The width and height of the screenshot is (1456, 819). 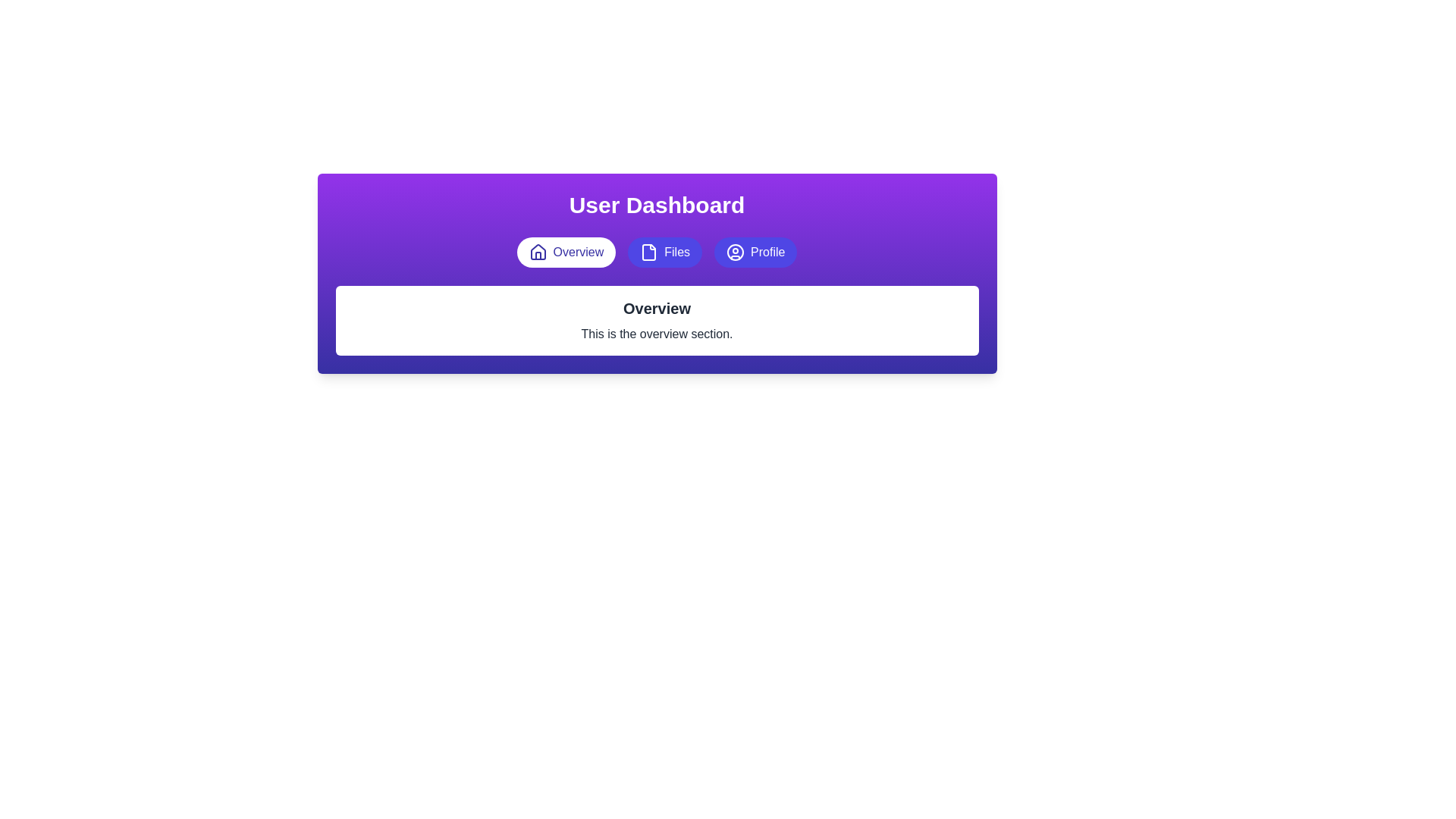 What do you see at coordinates (657, 320) in the screenshot?
I see `the text block that contains the bold title 'Overview' and the subtitle 'This is the overview section.'` at bounding box center [657, 320].